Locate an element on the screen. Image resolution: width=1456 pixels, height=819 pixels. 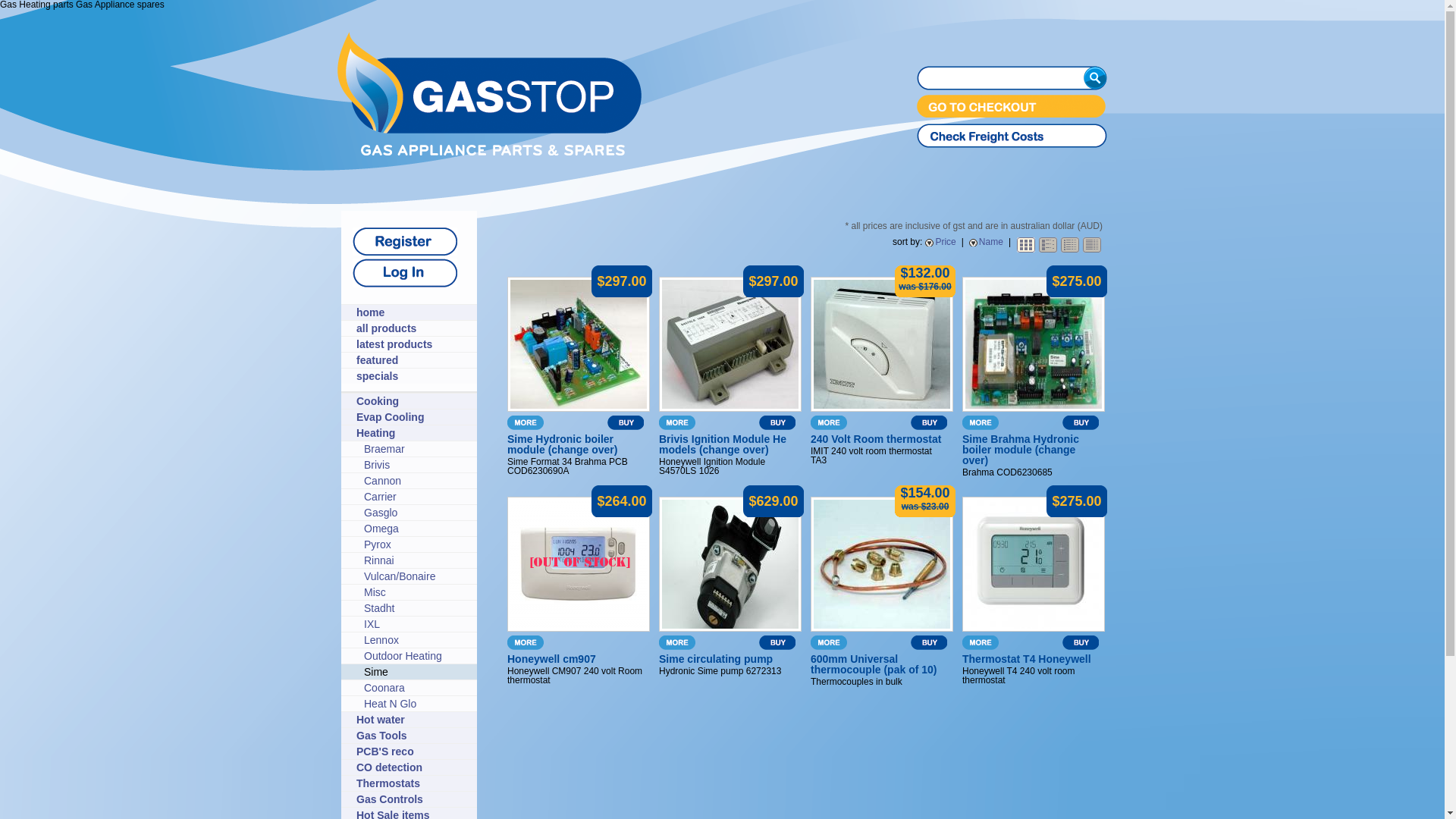
'Price' is located at coordinates (939, 241).